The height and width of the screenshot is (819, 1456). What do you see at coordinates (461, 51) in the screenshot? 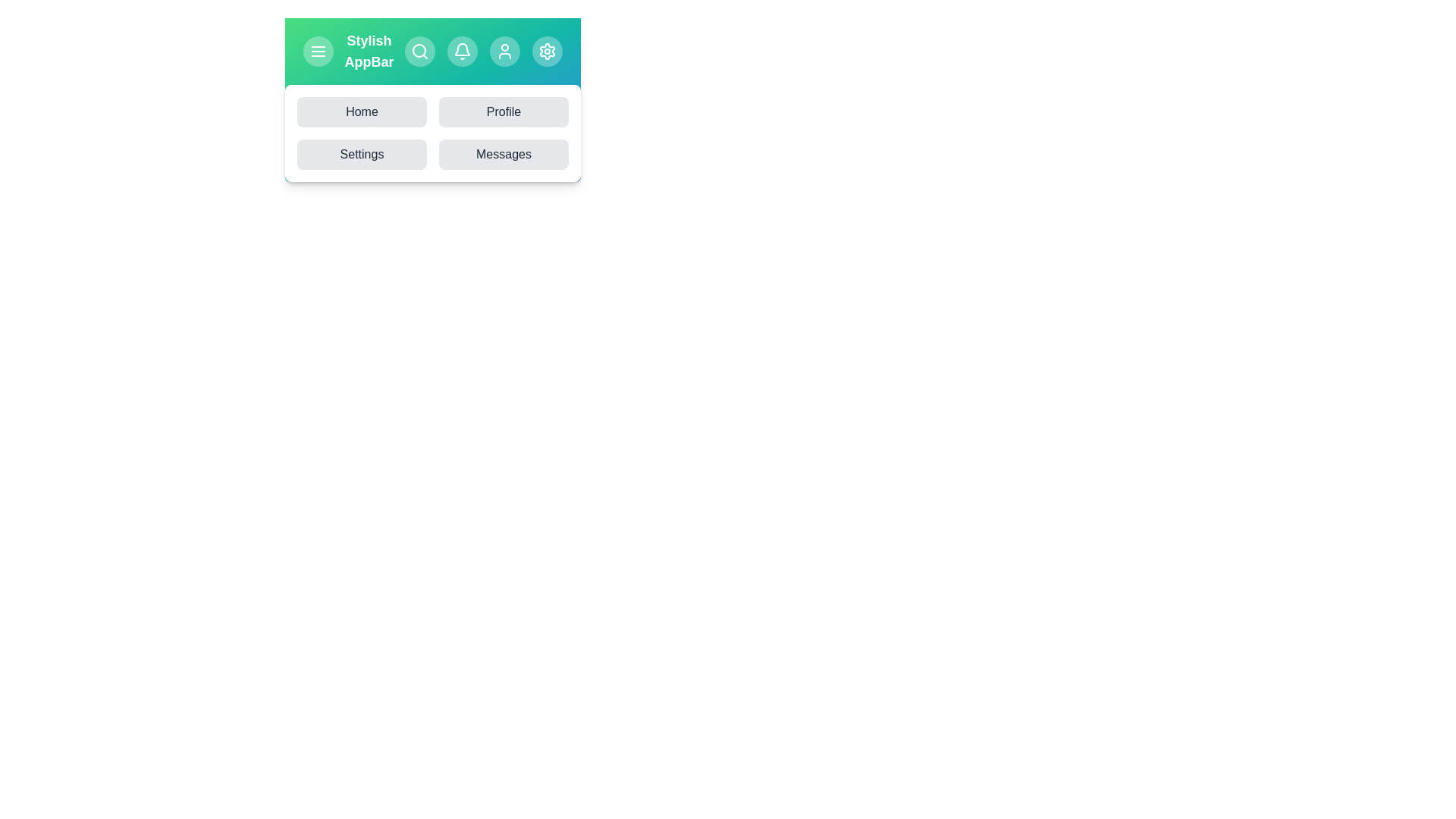
I see `the Bell icon in the app bar` at bounding box center [461, 51].